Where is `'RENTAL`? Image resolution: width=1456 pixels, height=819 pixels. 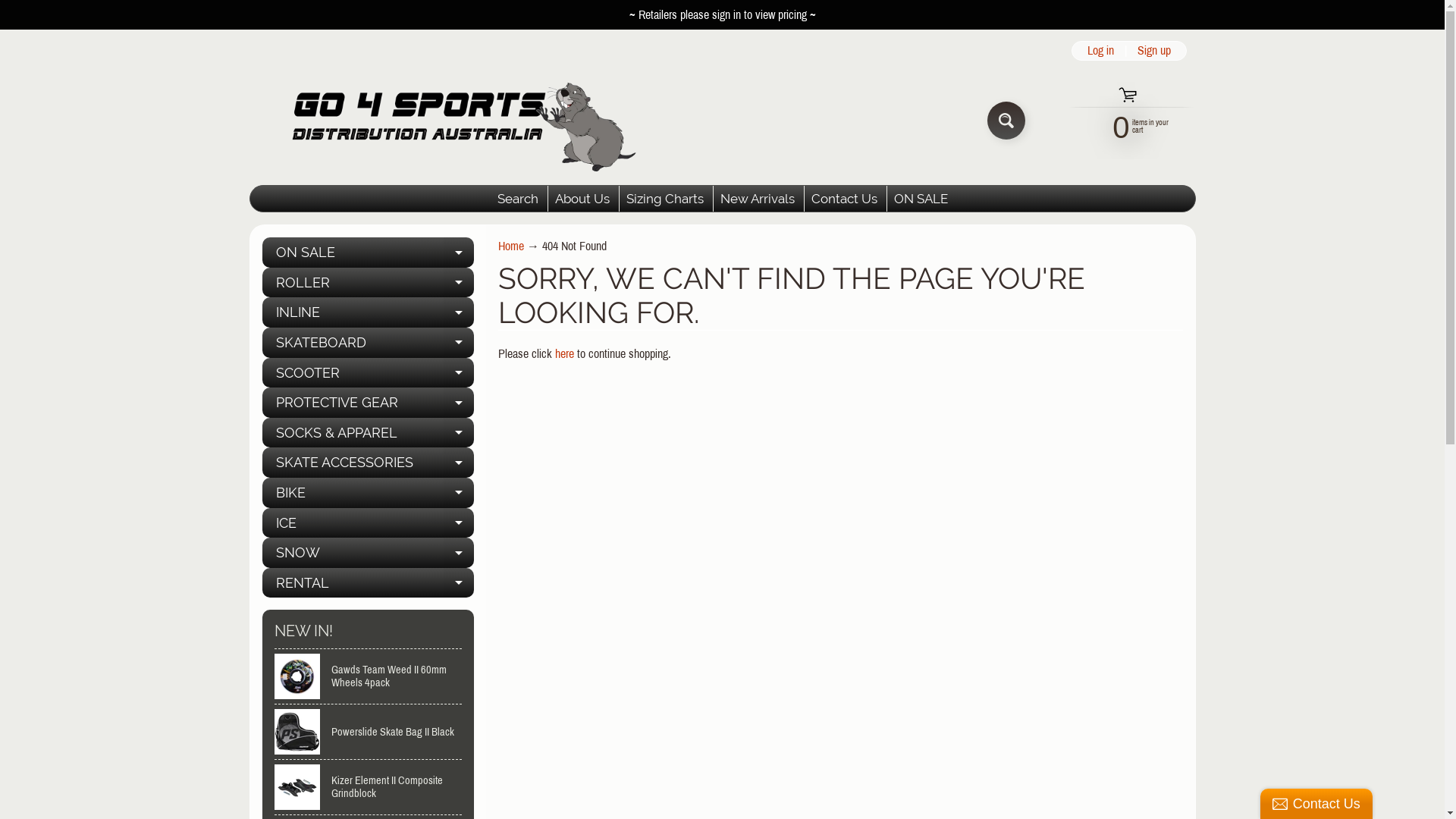
'RENTAL is located at coordinates (368, 582).